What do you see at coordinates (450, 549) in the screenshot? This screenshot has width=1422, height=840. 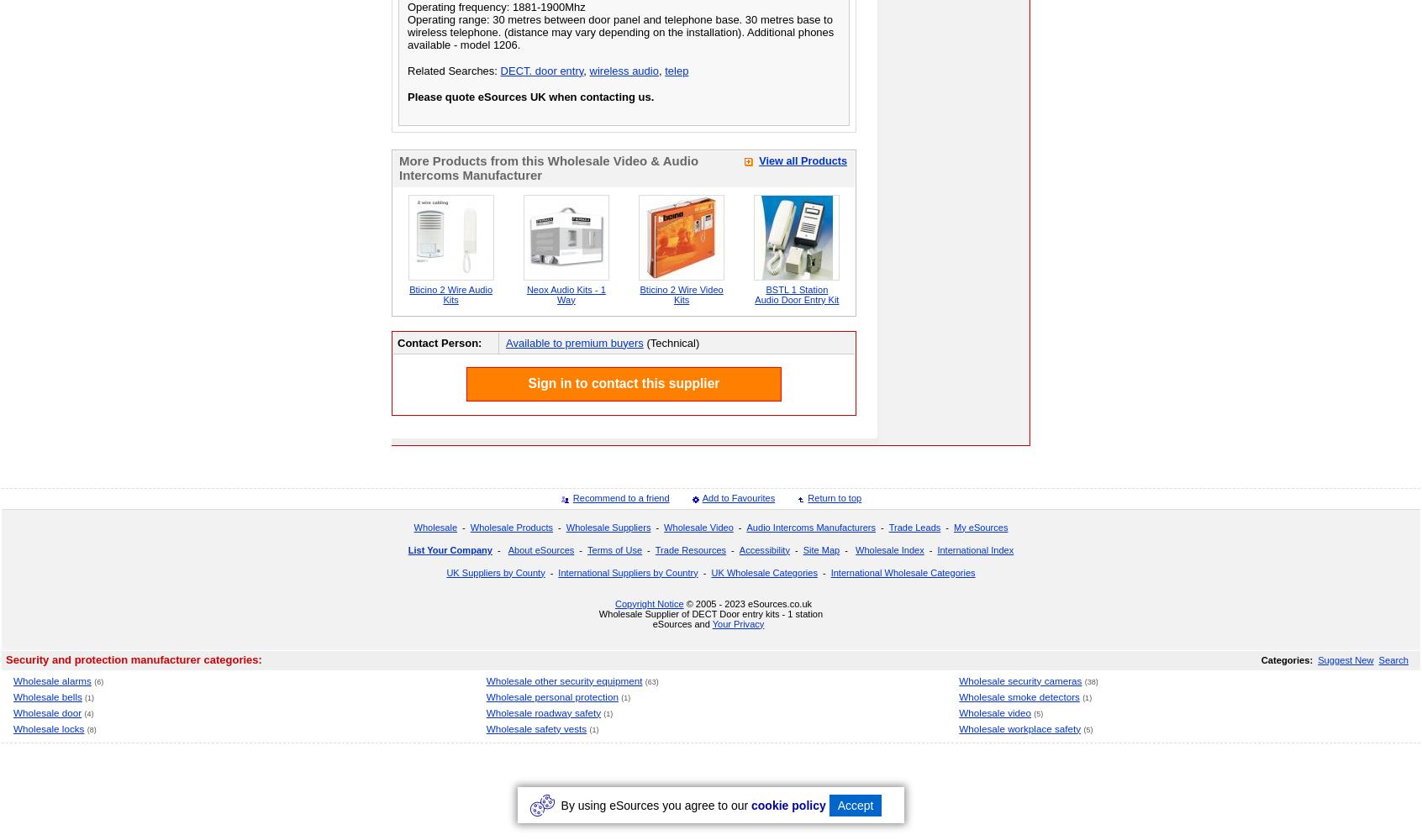 I see `'List Your Company'` at bounding box center [450, 549].